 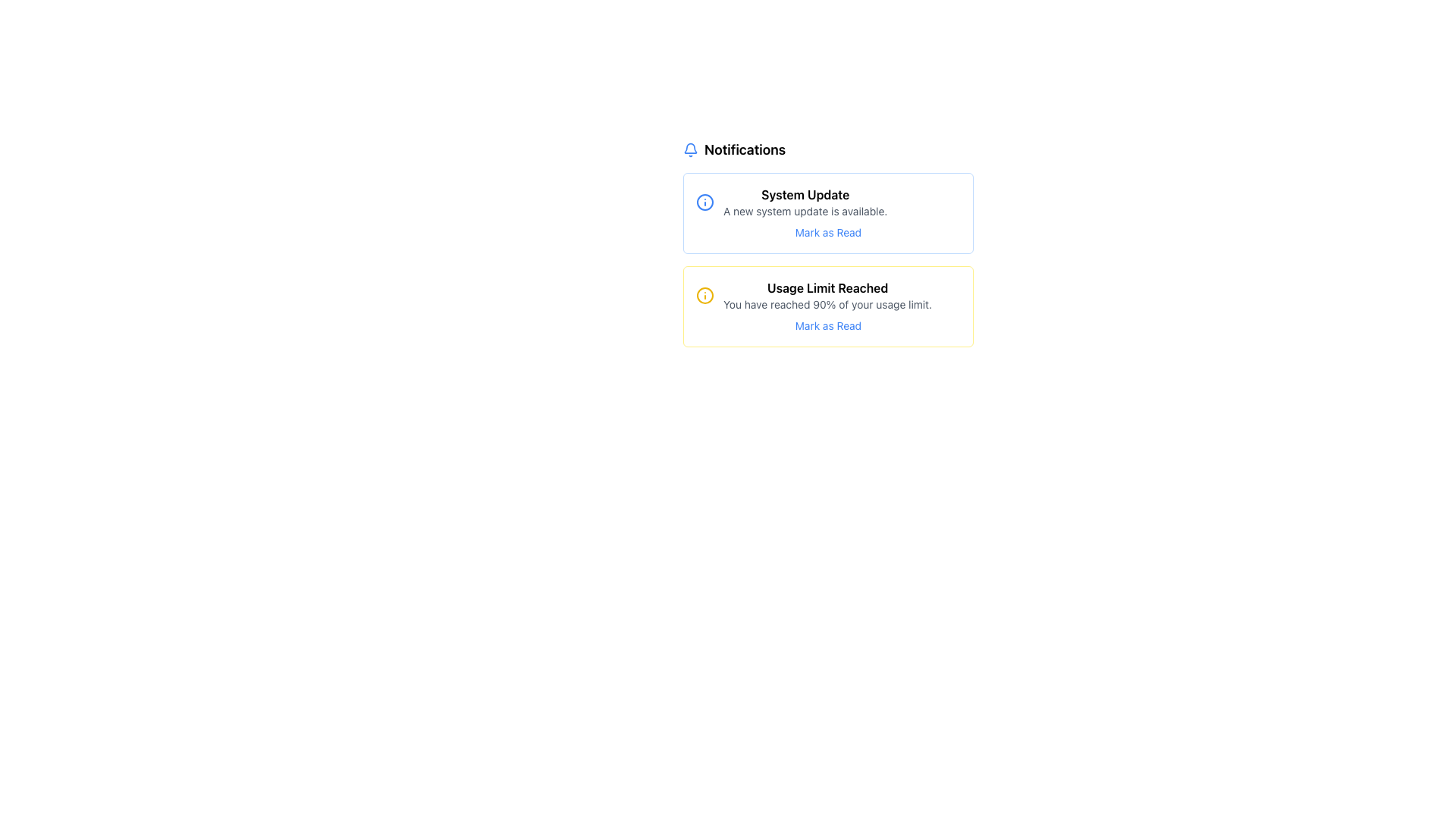 What do you see at coordinates (827, 304) in the screenshot?
I see `the text block styled with a small font size and gray color, reading 'You have reached 90% of your usage limit.' which is located under the heading 'Usage Limit Reached' in the notification box` at bounding box center [827, 304].